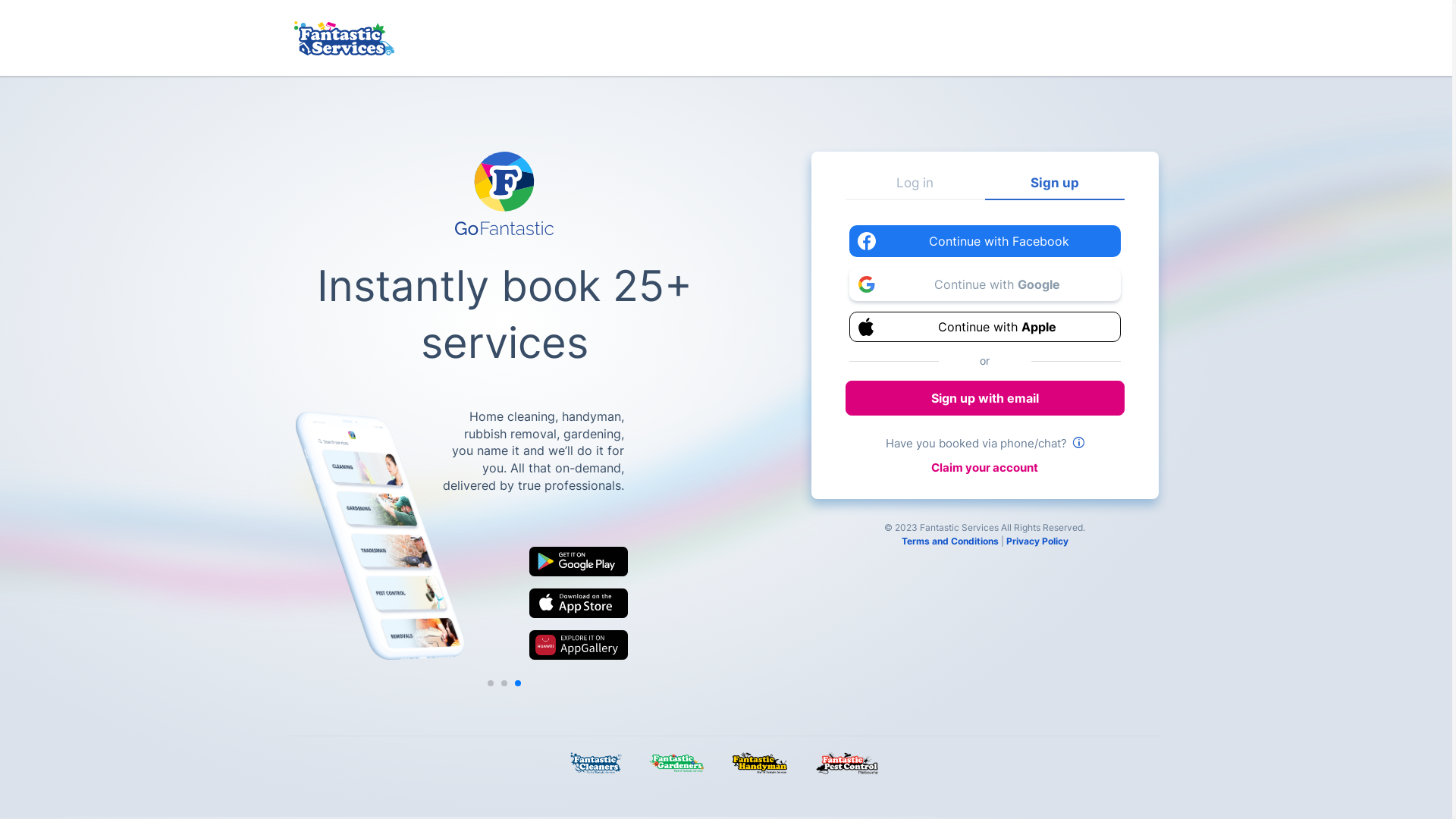 Image resolution: width=1456 pixels, height=819 pixels. Describe the element at coordinates (985, 326) in the screenshot. I see `'Continue with Apple'` at that location.